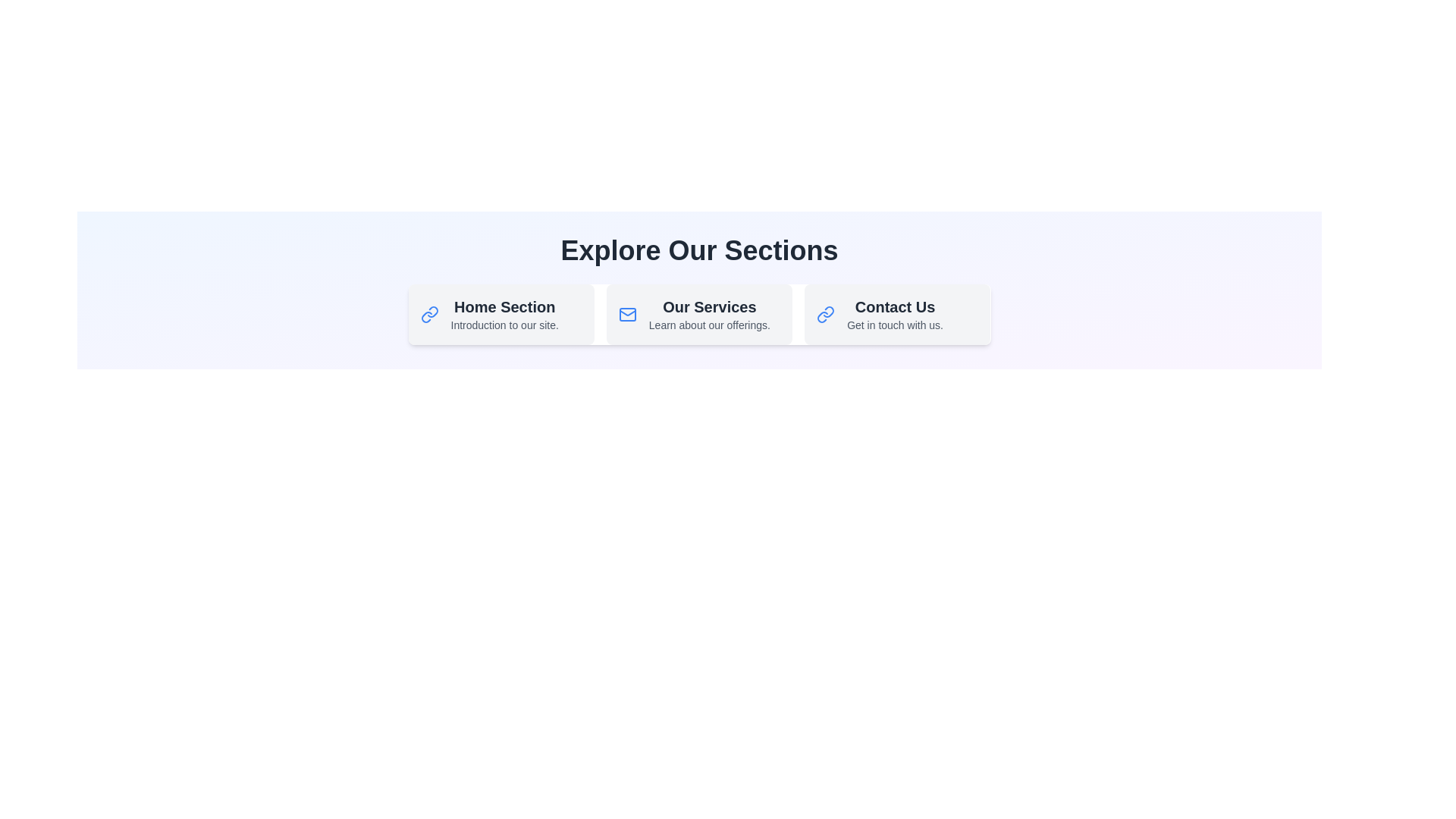  I want to click on the 'Home Section' text block with icon, which displays the text 'Home Section' in bold and larger font, accompanied by a decorative chain icon on the left, so click(501, 314).